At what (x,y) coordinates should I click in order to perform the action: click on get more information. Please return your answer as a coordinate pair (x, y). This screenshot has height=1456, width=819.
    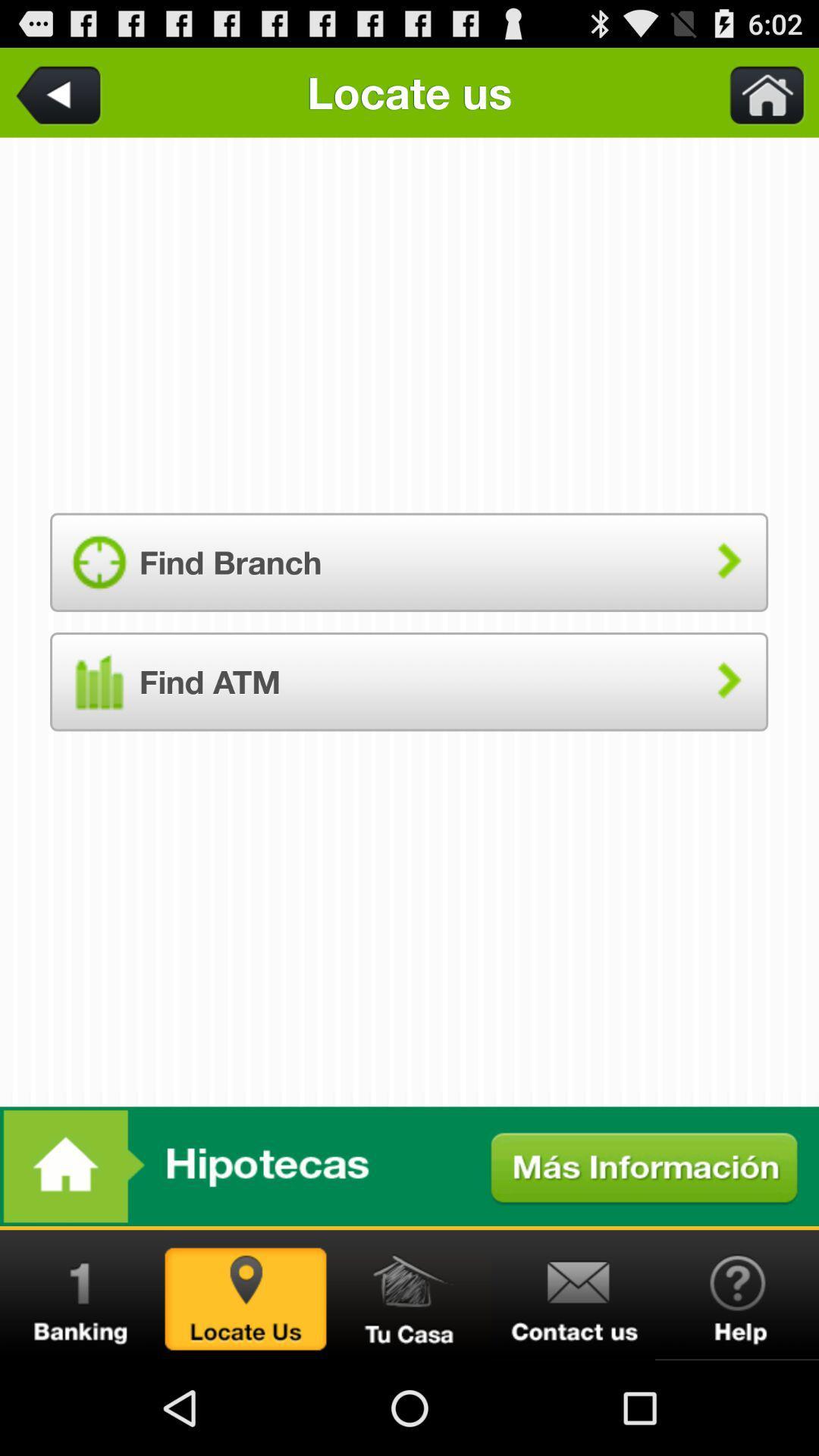
    Looking at the image, I should click on (409, 1166).